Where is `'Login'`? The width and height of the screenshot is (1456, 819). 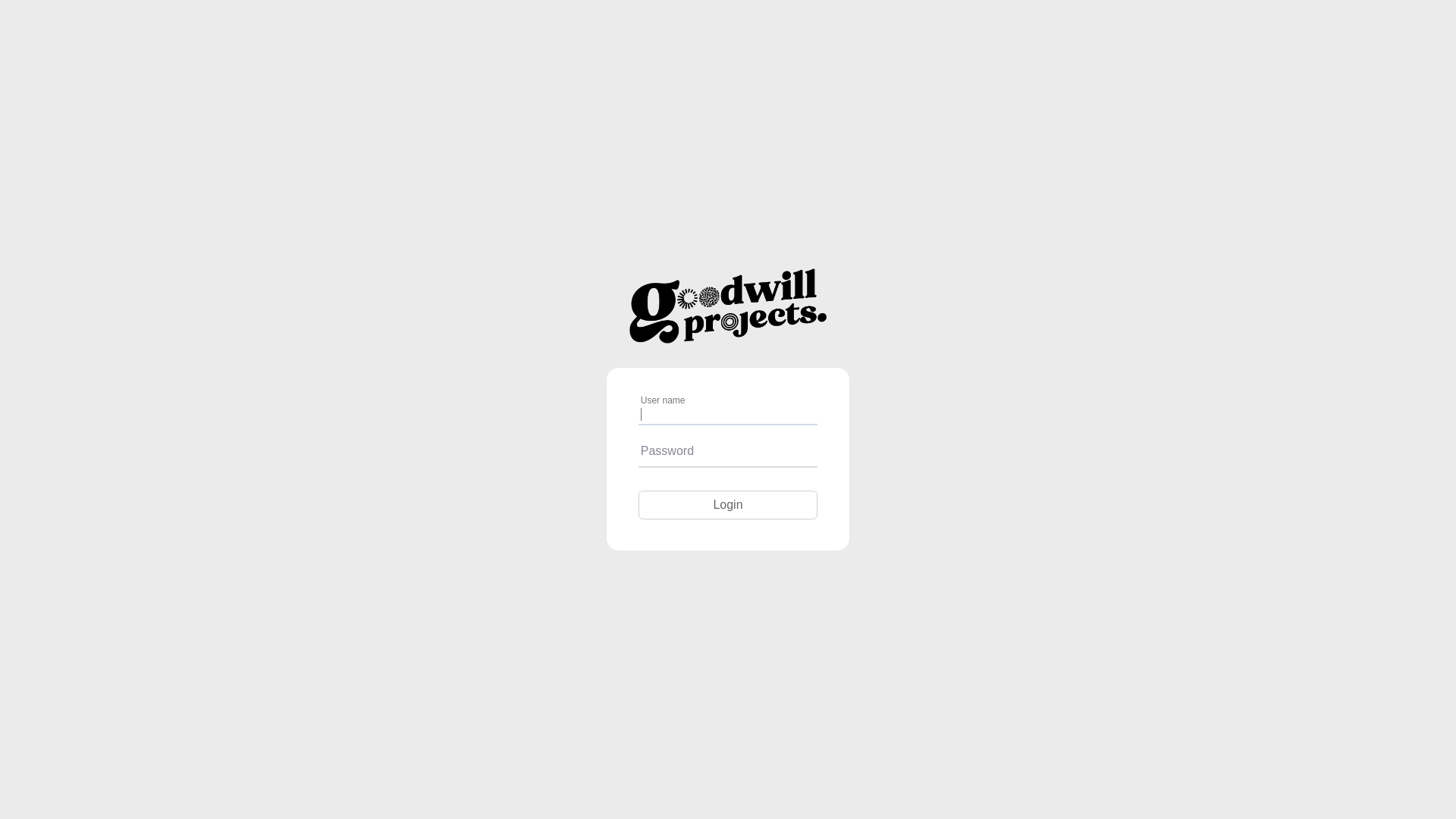 'Login' is located at coordinates (728, 505).